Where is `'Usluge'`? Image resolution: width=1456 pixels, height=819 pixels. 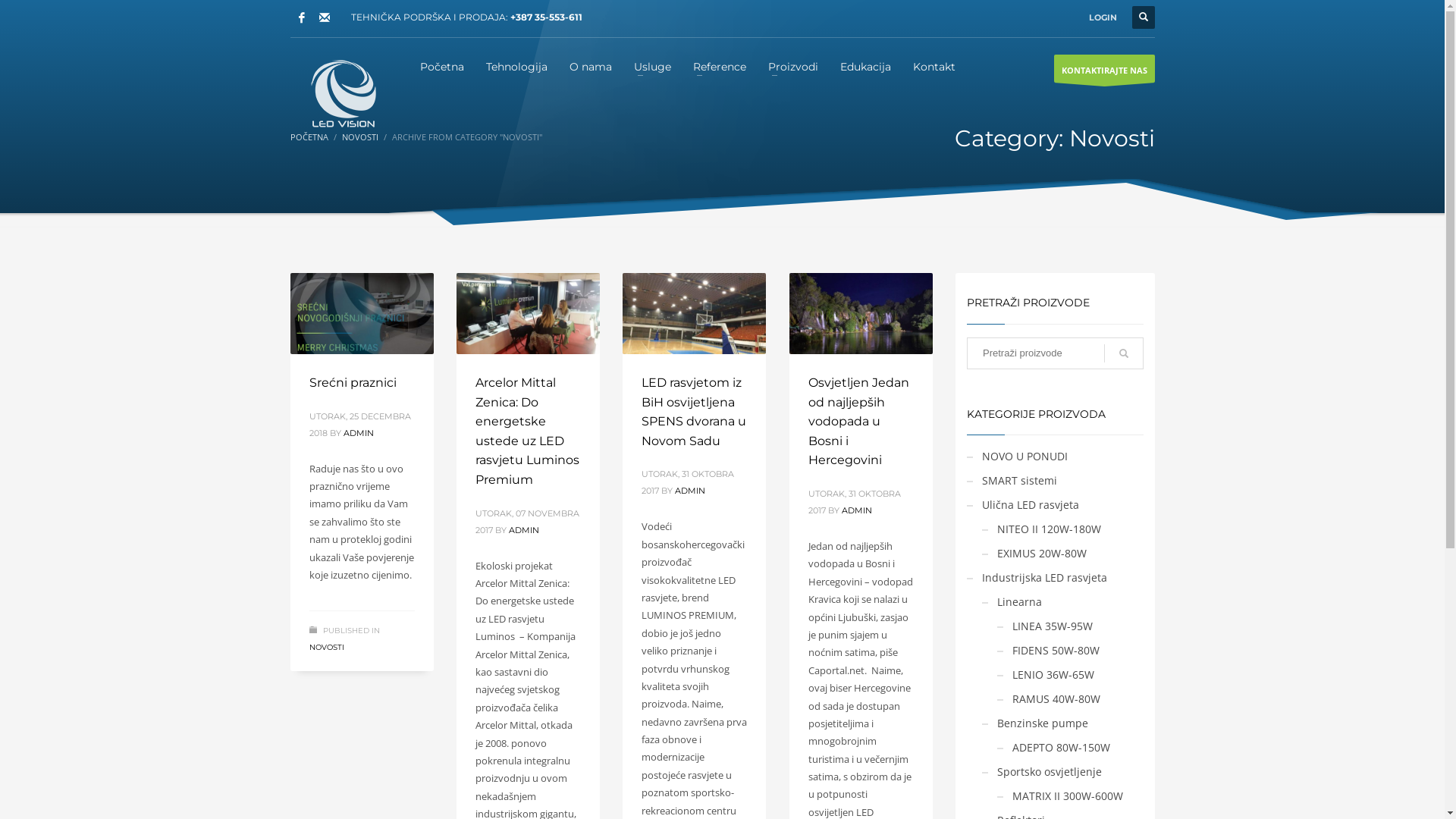 'Usluge' is located at coordinates (652, 65).